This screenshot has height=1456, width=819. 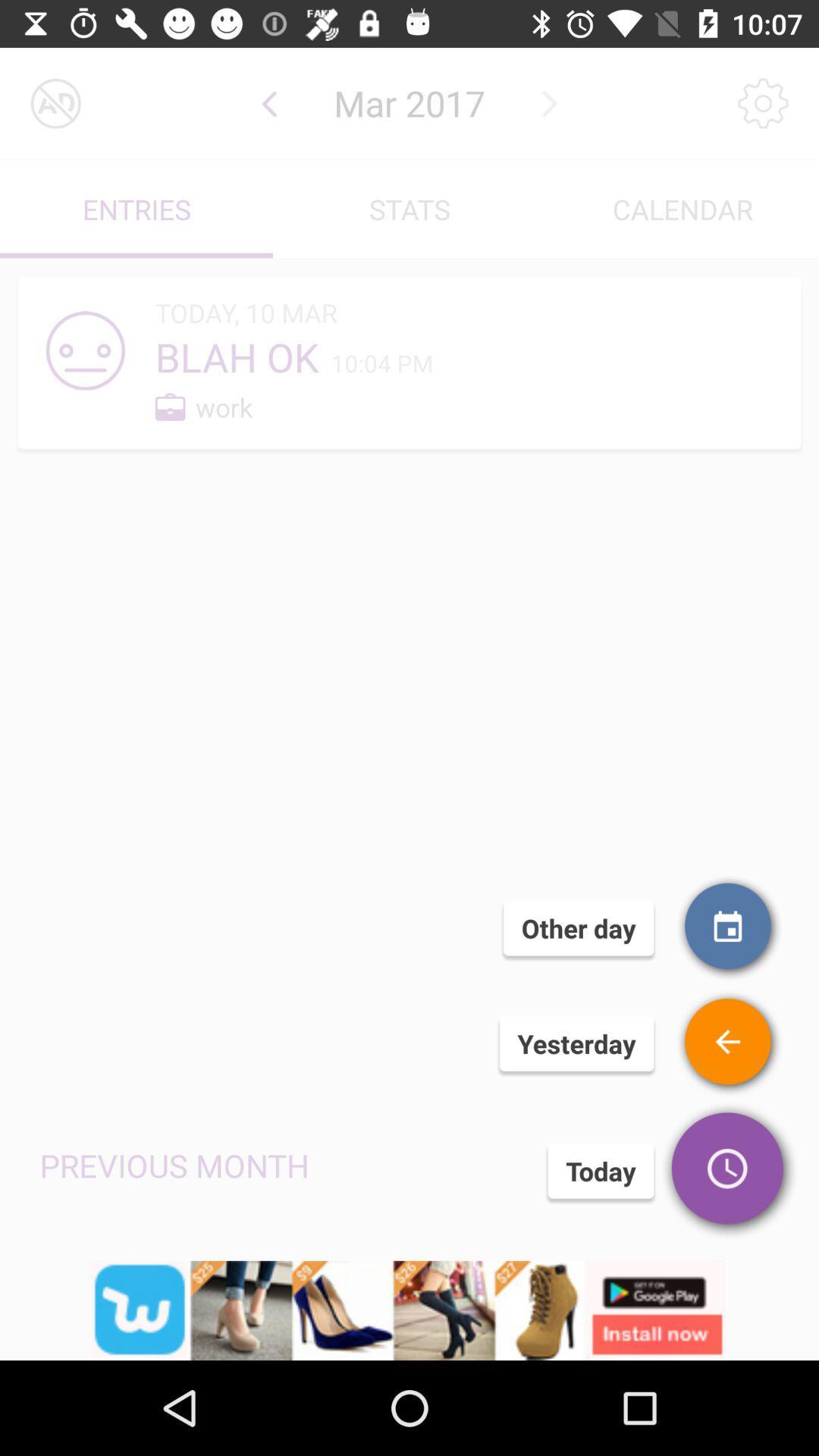 I want to click on the arrow_backward icon, so click(x=268, y=102).